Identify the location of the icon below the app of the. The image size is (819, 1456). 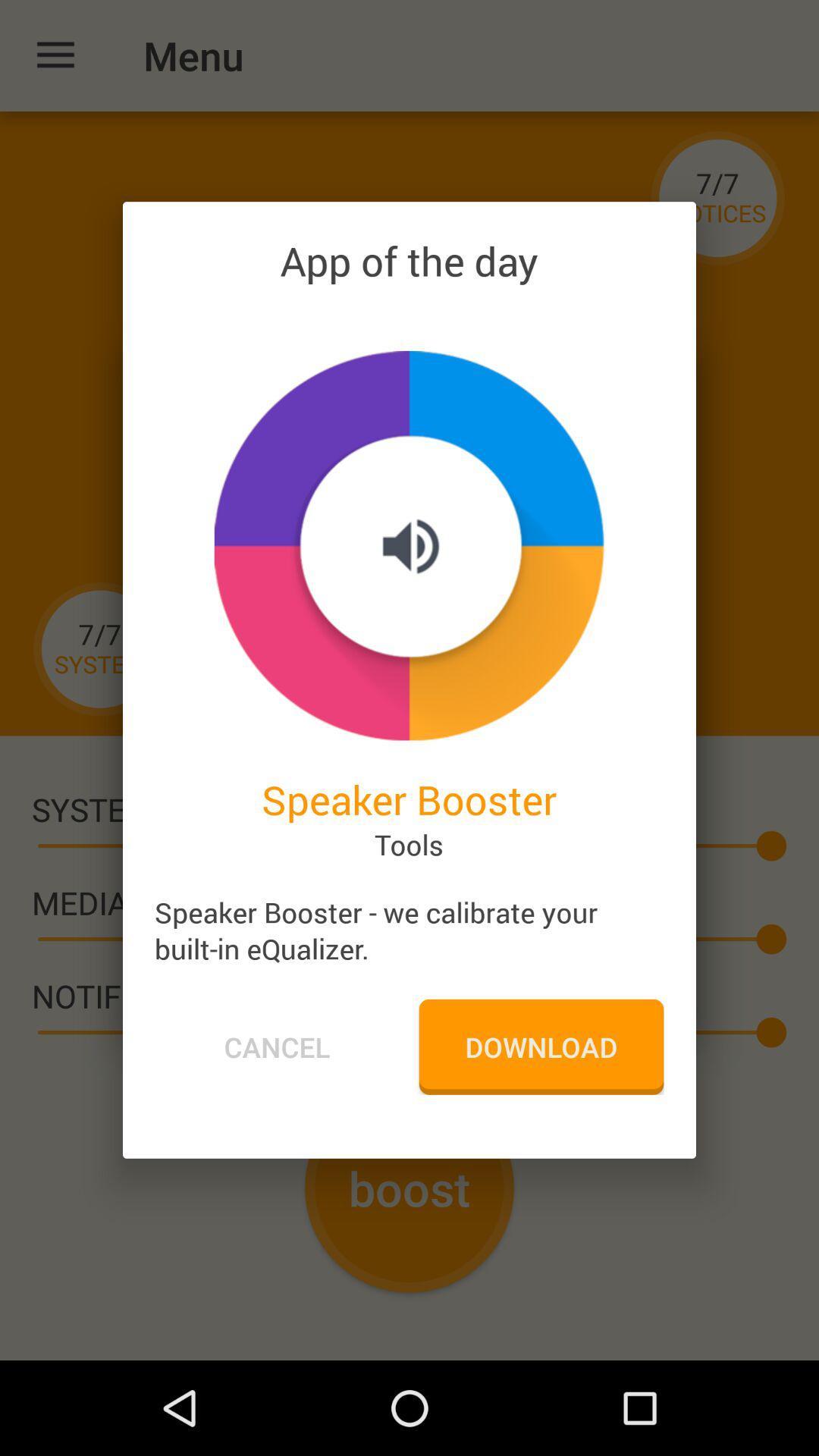
(408, 545).